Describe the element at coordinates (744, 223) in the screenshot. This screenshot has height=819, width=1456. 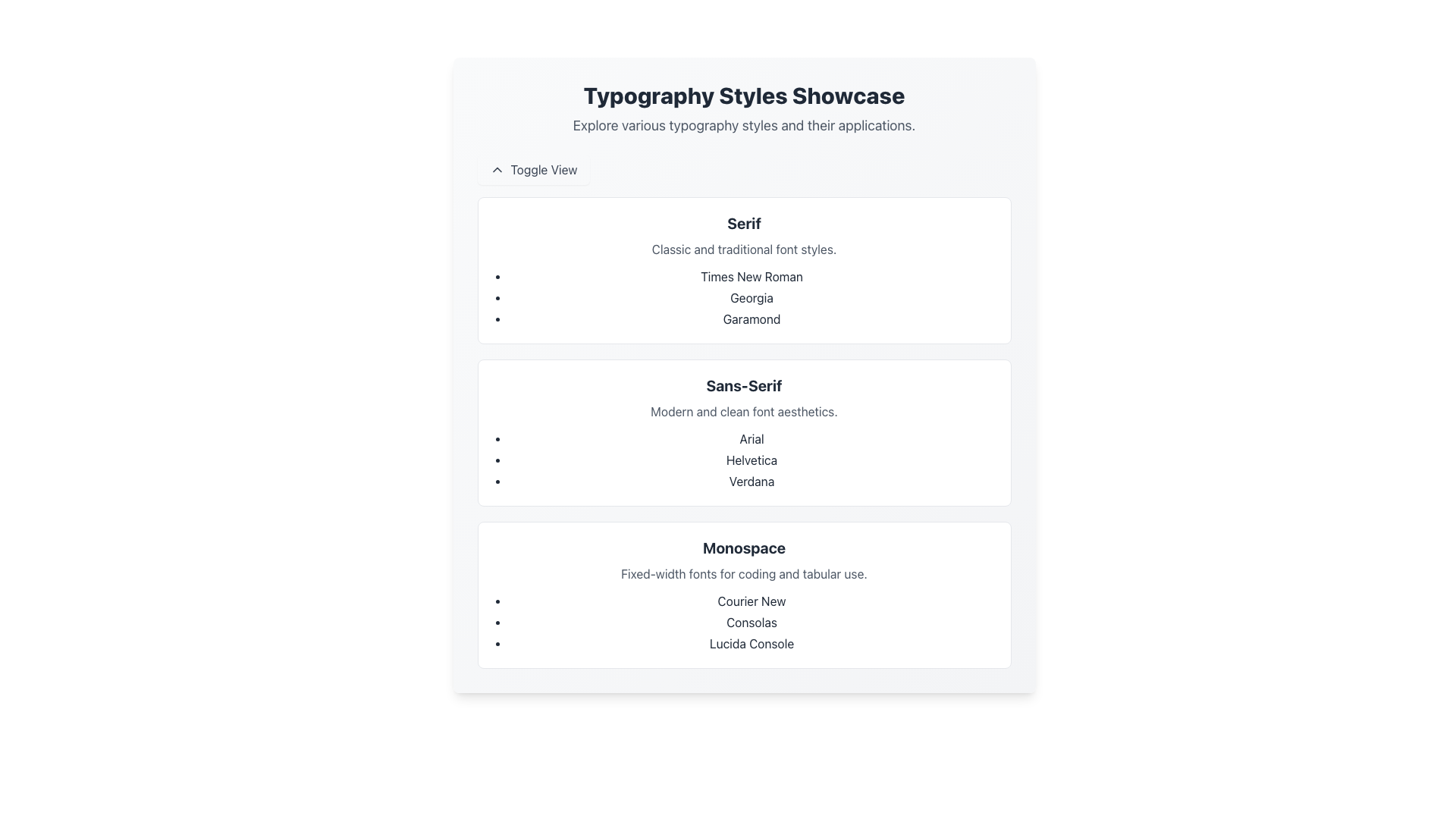
I see `the prominent heading text labeled 'Serif' which is styled in a larger font size and dark gray color` at that location.